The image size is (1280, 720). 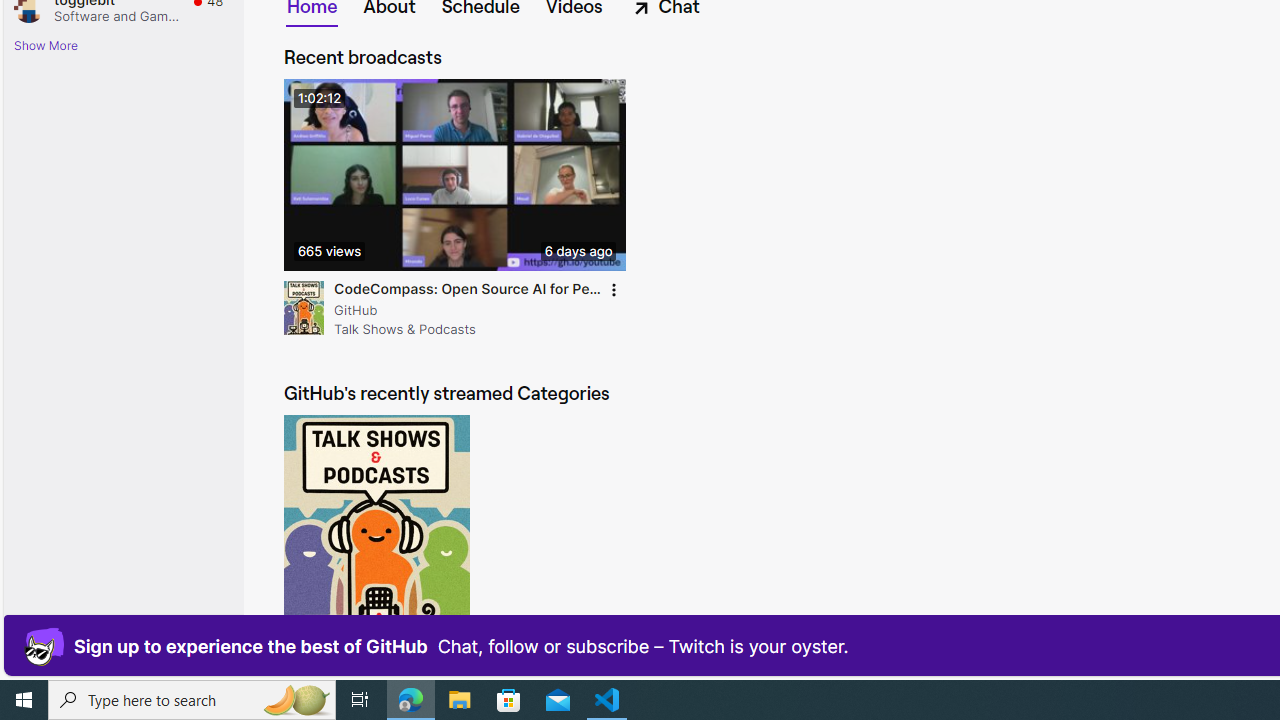 What do you see at coordinates (376, 537) in the screenshot?
I see `'Talk Shows & Podcasts cover image'` at bounding box center [376, 537].